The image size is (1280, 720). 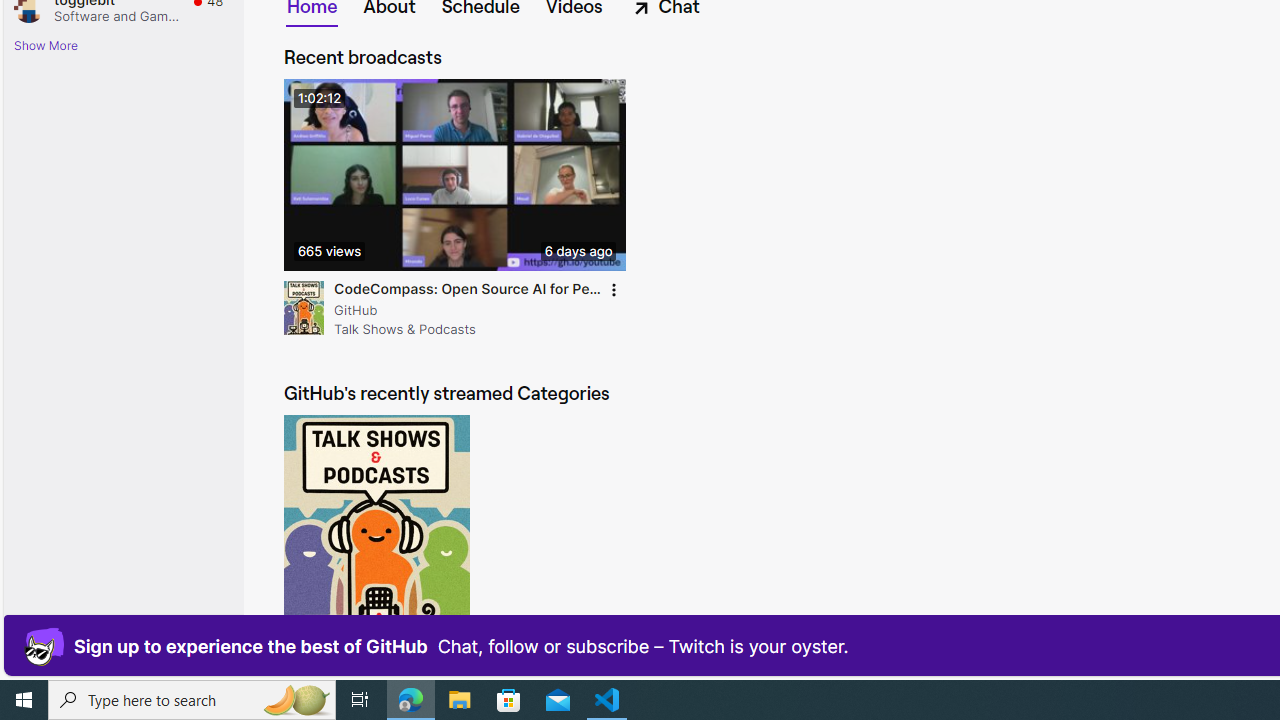 What do you see at coordinates (376, 537) in the screenshot?
I see `'Talk Shows & Podcasts cover image'` at bounding box center [376, 537].